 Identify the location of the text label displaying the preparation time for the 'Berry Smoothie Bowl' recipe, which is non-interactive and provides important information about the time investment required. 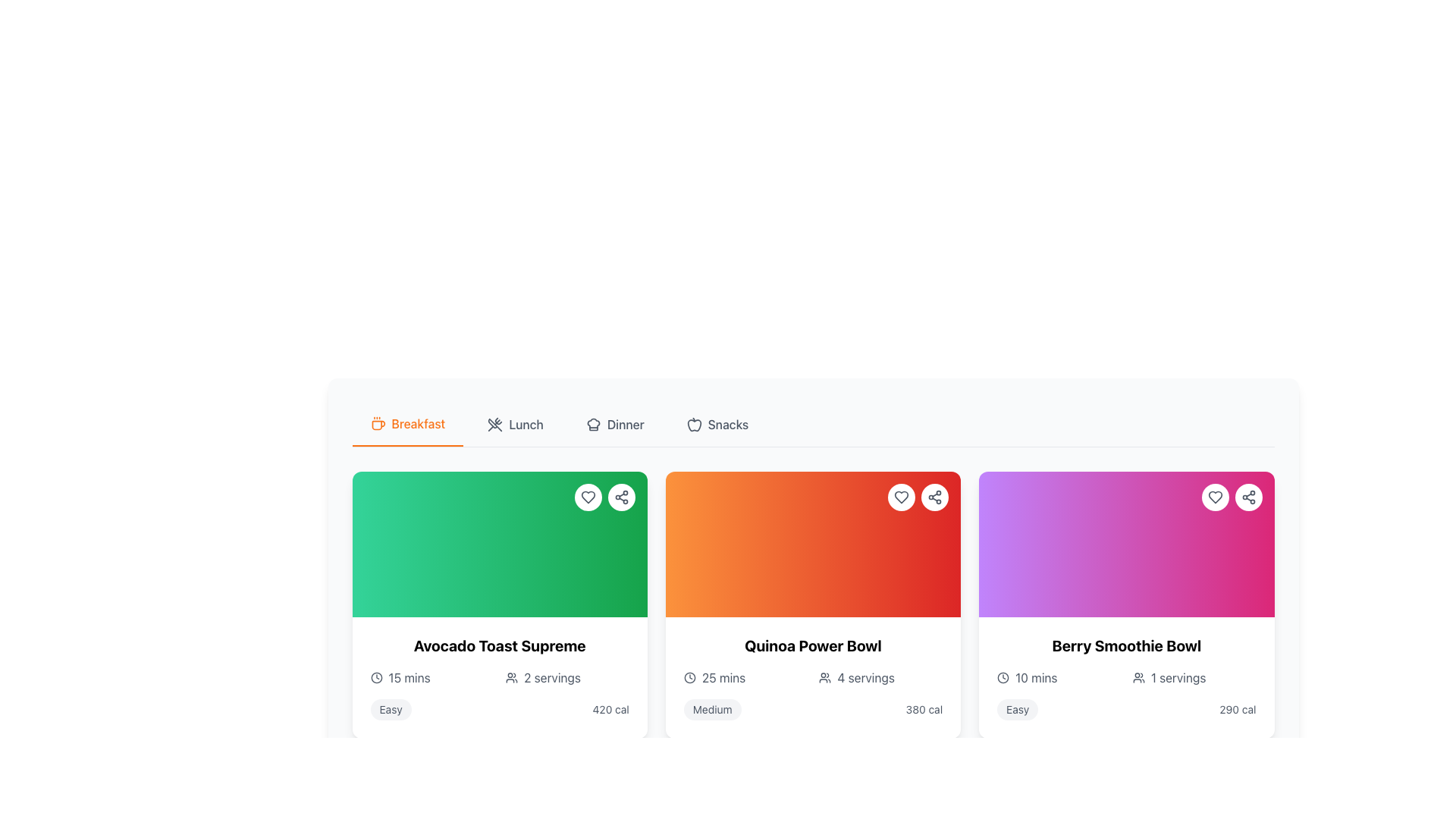
(1035, 677).